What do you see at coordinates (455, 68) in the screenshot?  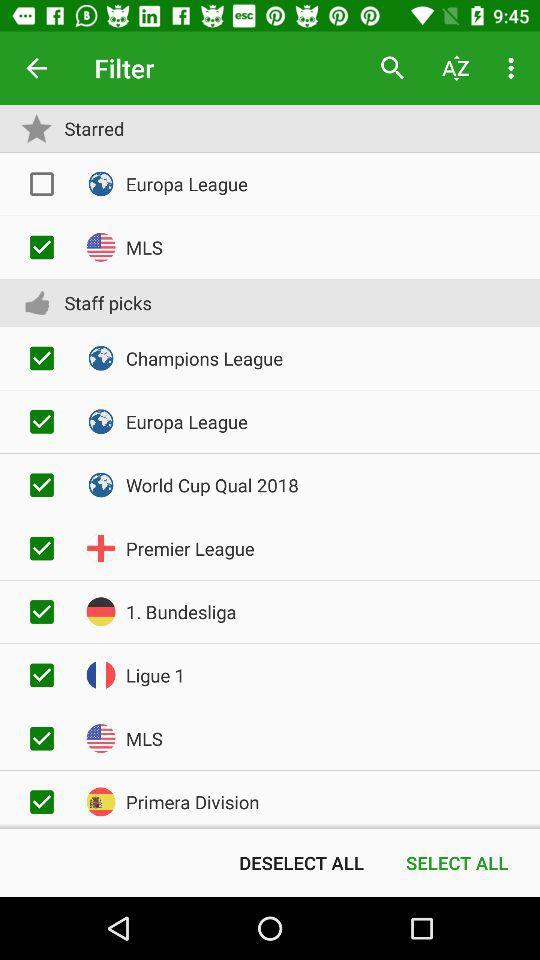 I see `the item above europa league icon` at bounding box center [455, 68].